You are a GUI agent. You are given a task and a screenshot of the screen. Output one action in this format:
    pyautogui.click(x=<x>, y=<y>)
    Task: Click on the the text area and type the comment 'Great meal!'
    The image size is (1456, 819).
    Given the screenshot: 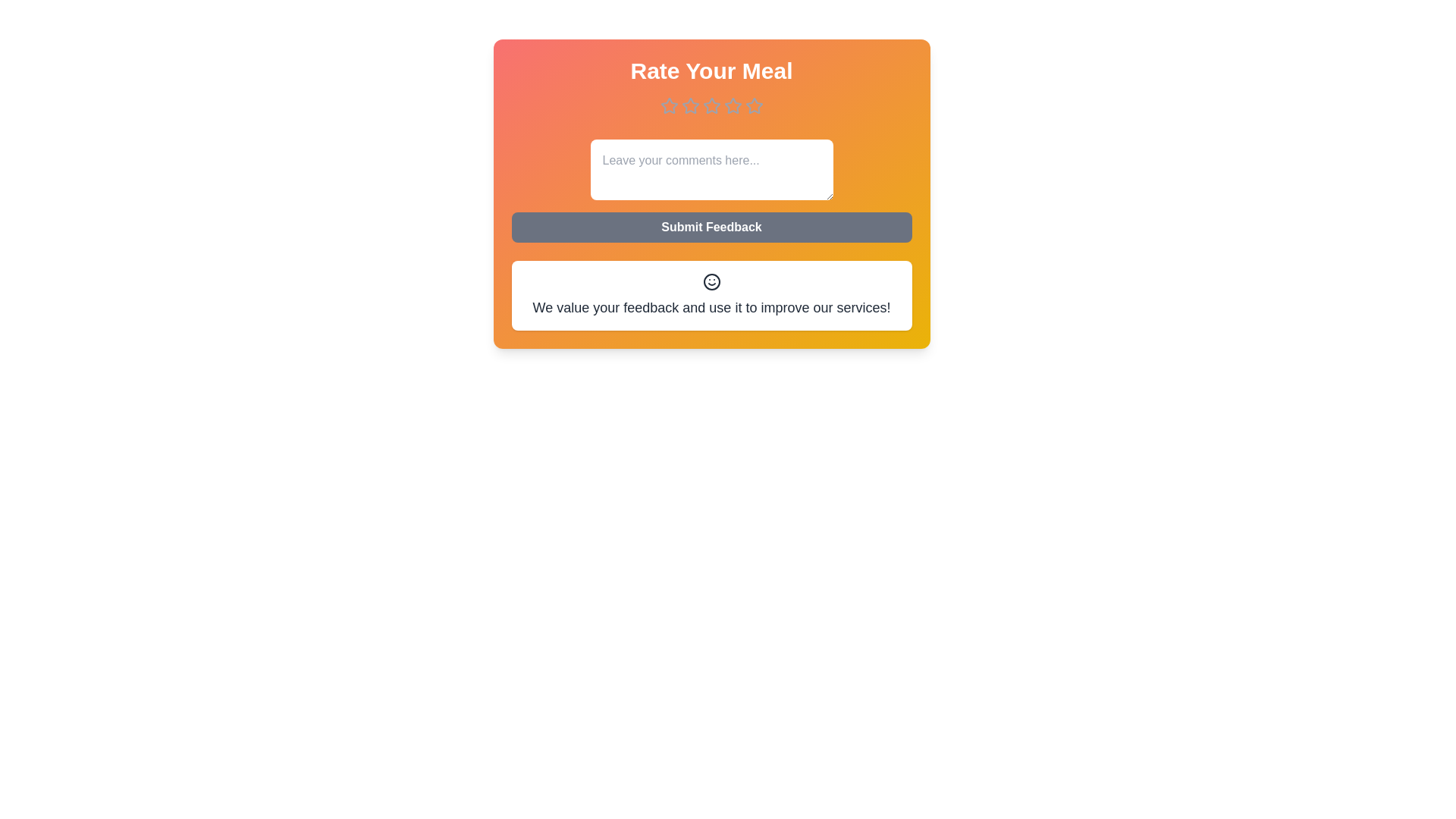 What is the action you would take?
    pyautogui.click(x=711, y=169)
    